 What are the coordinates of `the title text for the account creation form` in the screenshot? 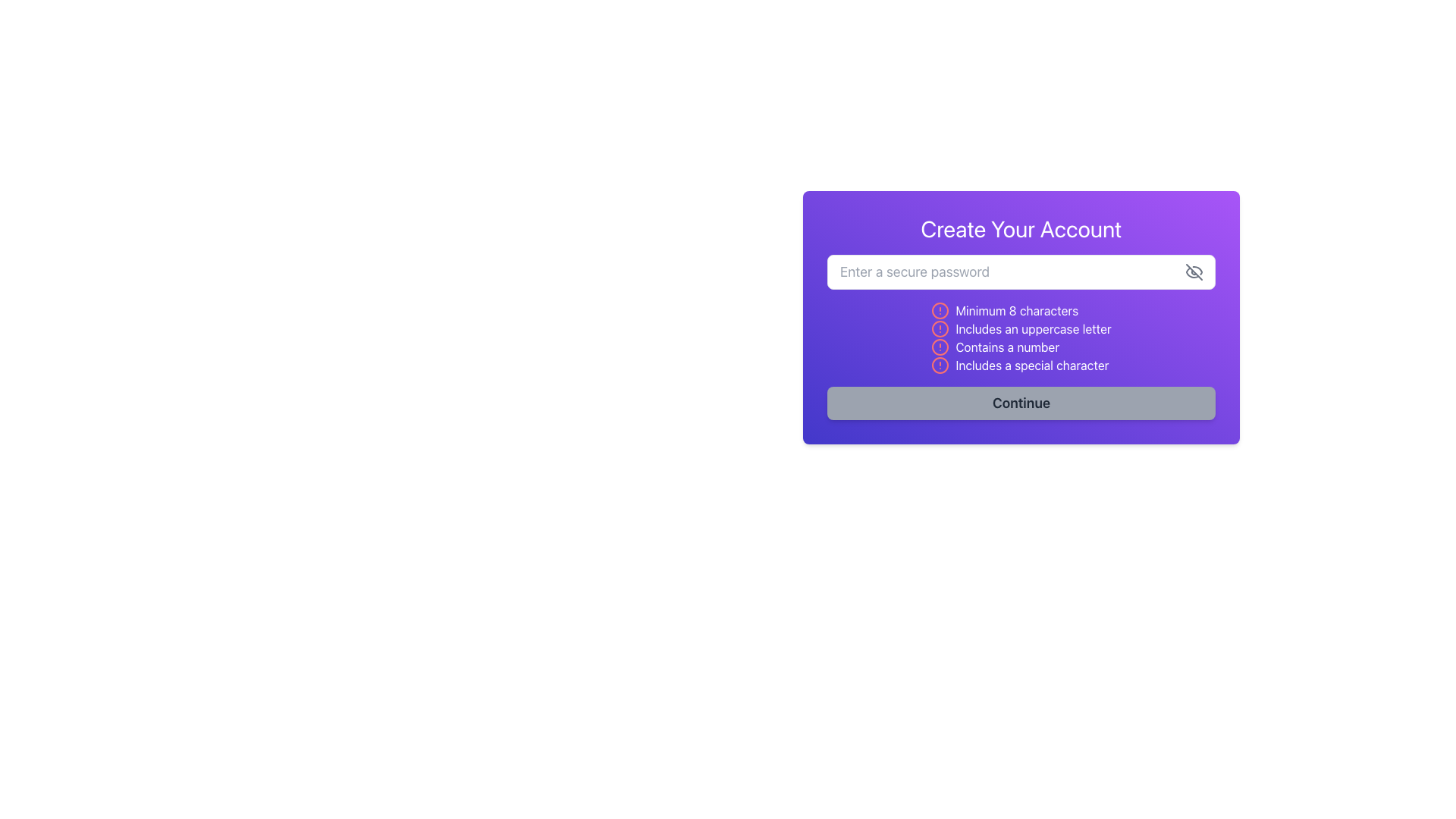 It's located at (1021, 228).